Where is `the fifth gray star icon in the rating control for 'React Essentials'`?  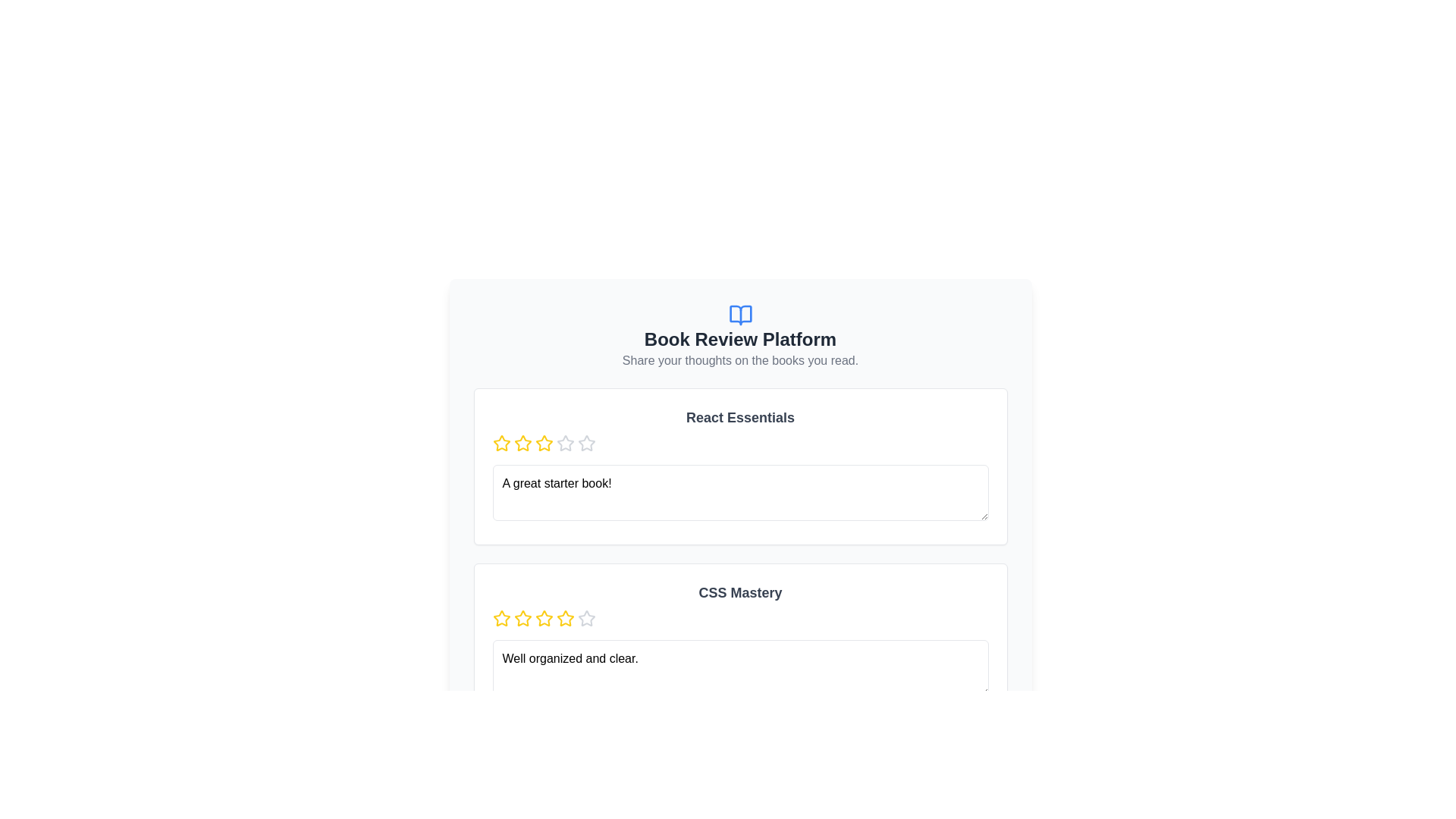 the fifth gray star icon in the rating control for 'React Essentials' is located at coordinates (564, 444).